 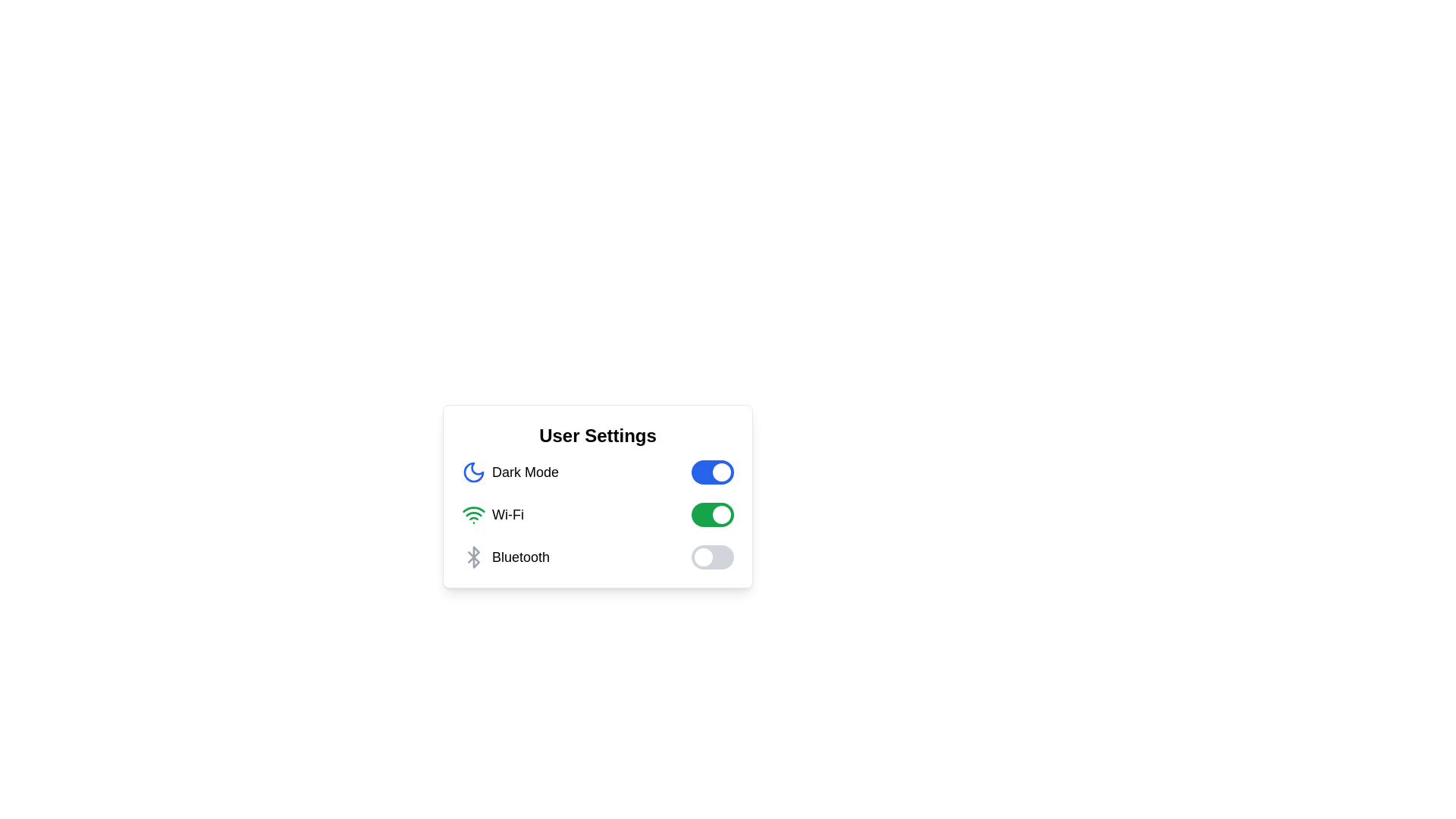 What do you see at coordinates (712, 557) in the screenshot?
I see `the Bluetooth toggle switch to change its state in the User Settings panel` at bounding box center [712, 557].